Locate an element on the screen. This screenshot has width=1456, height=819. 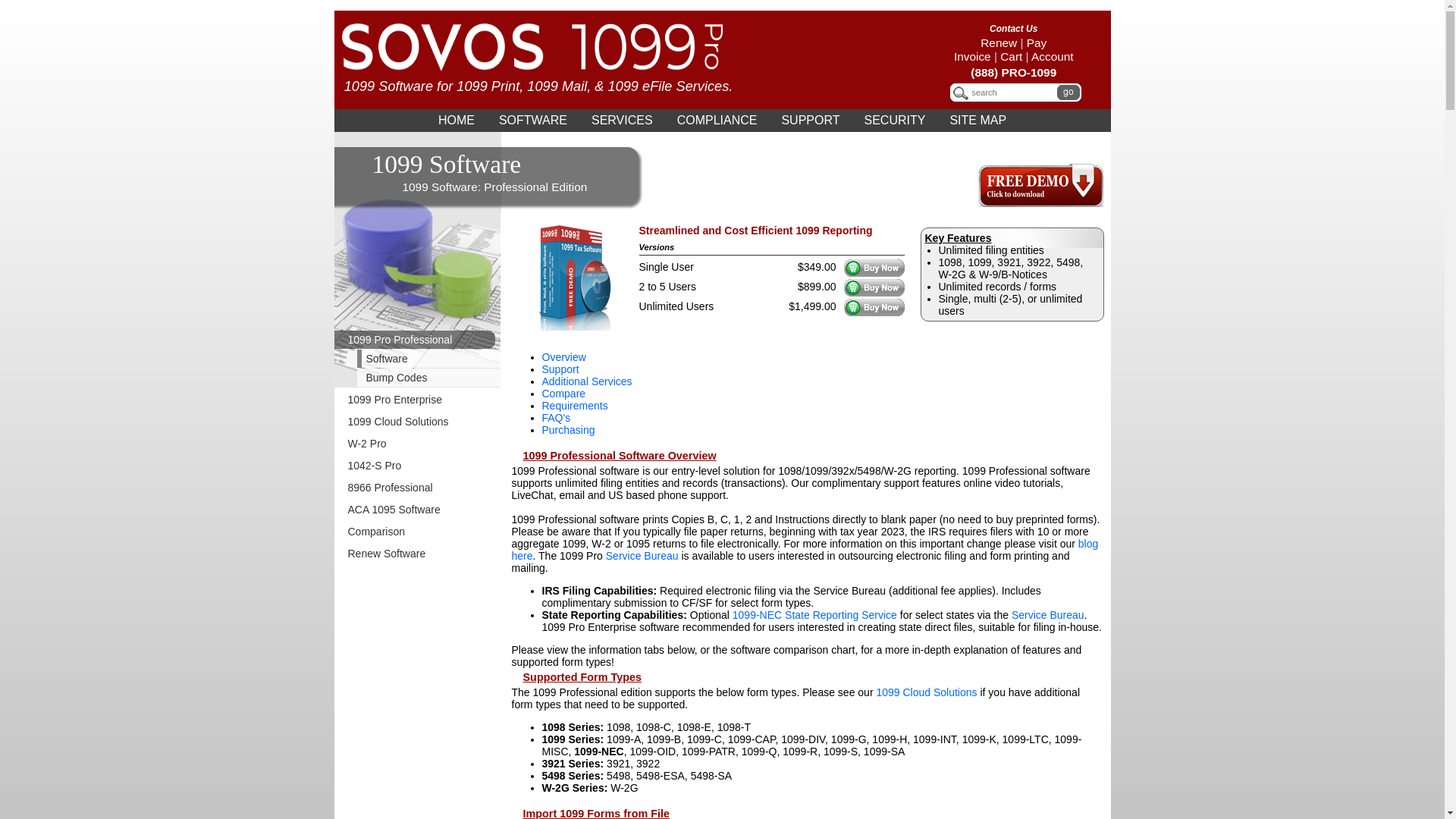
'Bump Codes' is located at coordinates (425, 376).